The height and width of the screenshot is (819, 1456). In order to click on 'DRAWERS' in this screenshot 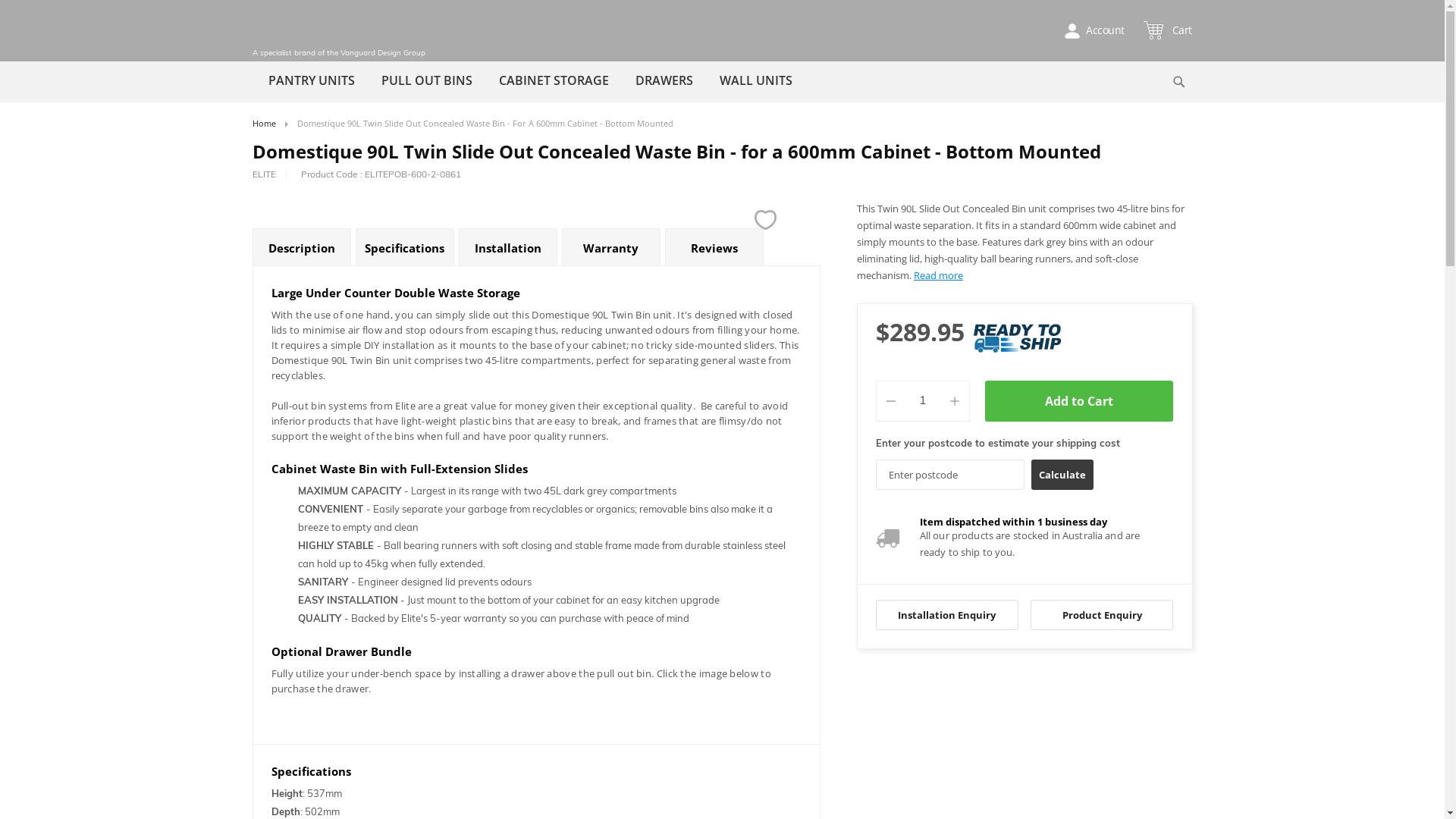, I will do `click(663, 80)`.